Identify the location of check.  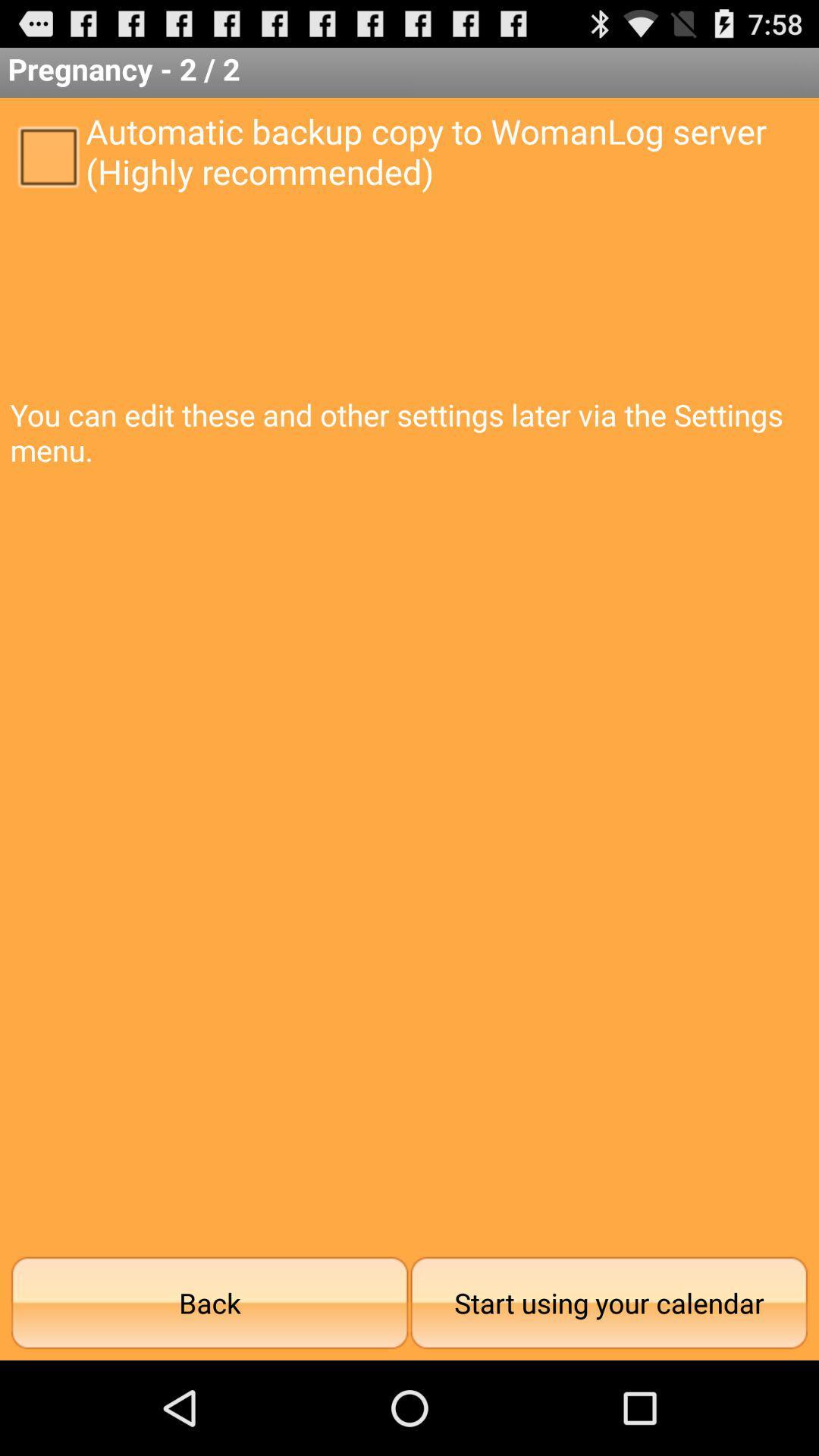
(47, 155).